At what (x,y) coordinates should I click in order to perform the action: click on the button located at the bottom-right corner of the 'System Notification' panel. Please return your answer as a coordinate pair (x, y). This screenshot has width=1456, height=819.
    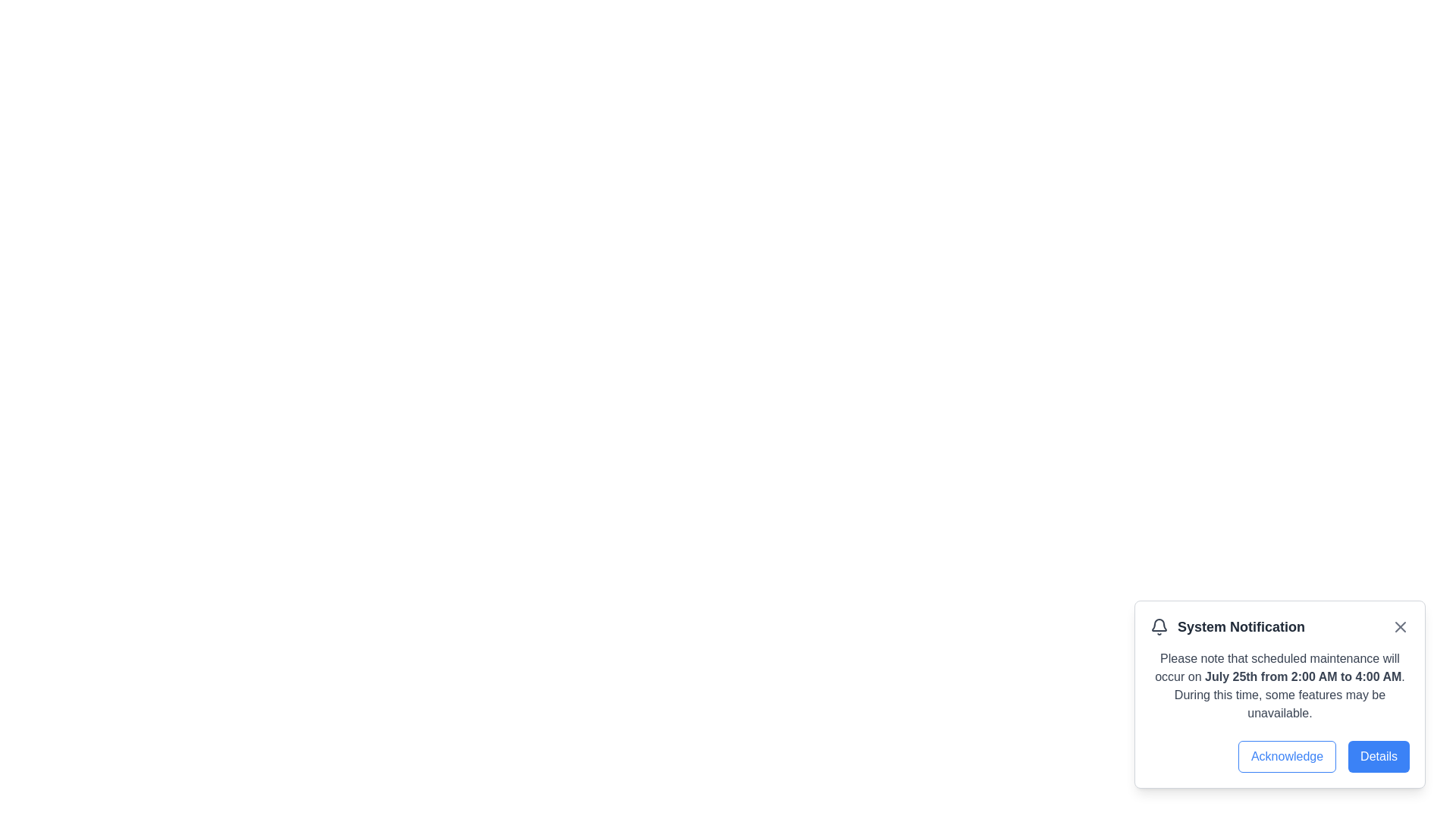
    Looking at the image, I should click on (1279, 757).